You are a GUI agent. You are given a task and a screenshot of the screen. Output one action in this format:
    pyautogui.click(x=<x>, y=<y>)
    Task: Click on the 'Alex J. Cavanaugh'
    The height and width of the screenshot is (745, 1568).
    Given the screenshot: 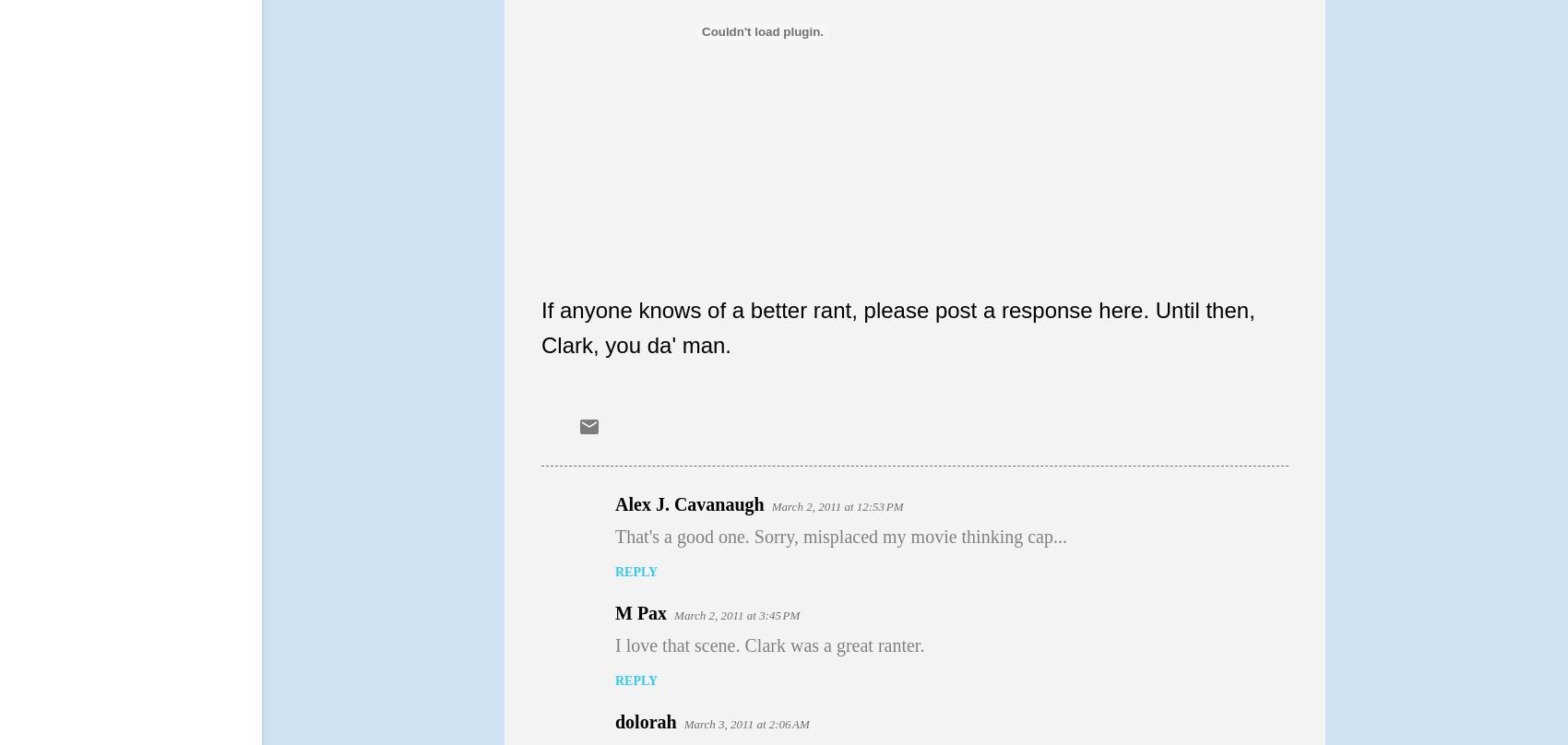 What is the action you would take?
    pyautogui.click(x=688, y=502)
    